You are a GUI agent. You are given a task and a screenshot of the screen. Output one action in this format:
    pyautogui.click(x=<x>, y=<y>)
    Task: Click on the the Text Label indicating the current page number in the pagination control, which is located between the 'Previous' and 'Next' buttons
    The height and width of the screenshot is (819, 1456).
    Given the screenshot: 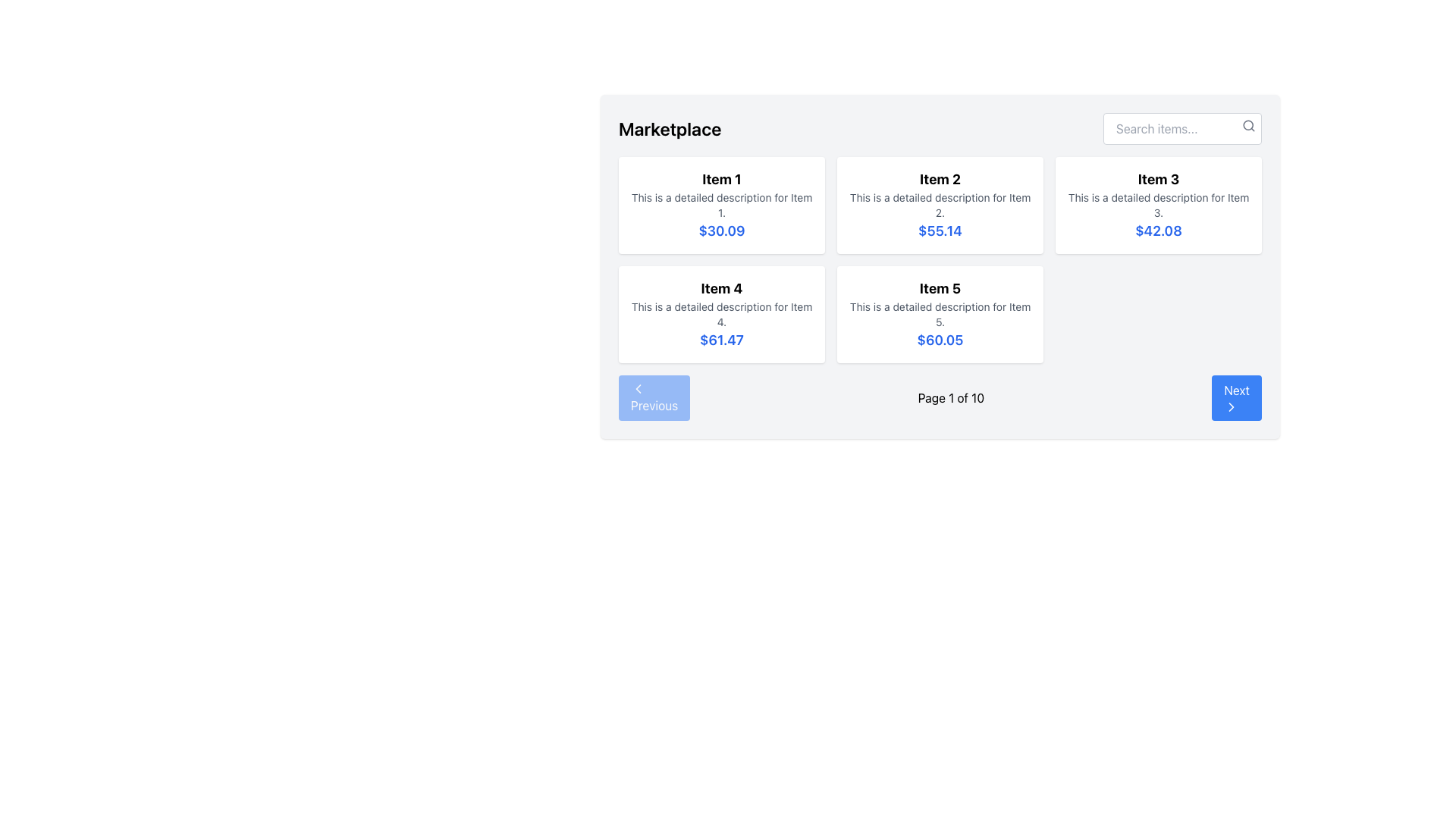 What is the action you would take?
    pyautogui.click(x=950, y=397)
    